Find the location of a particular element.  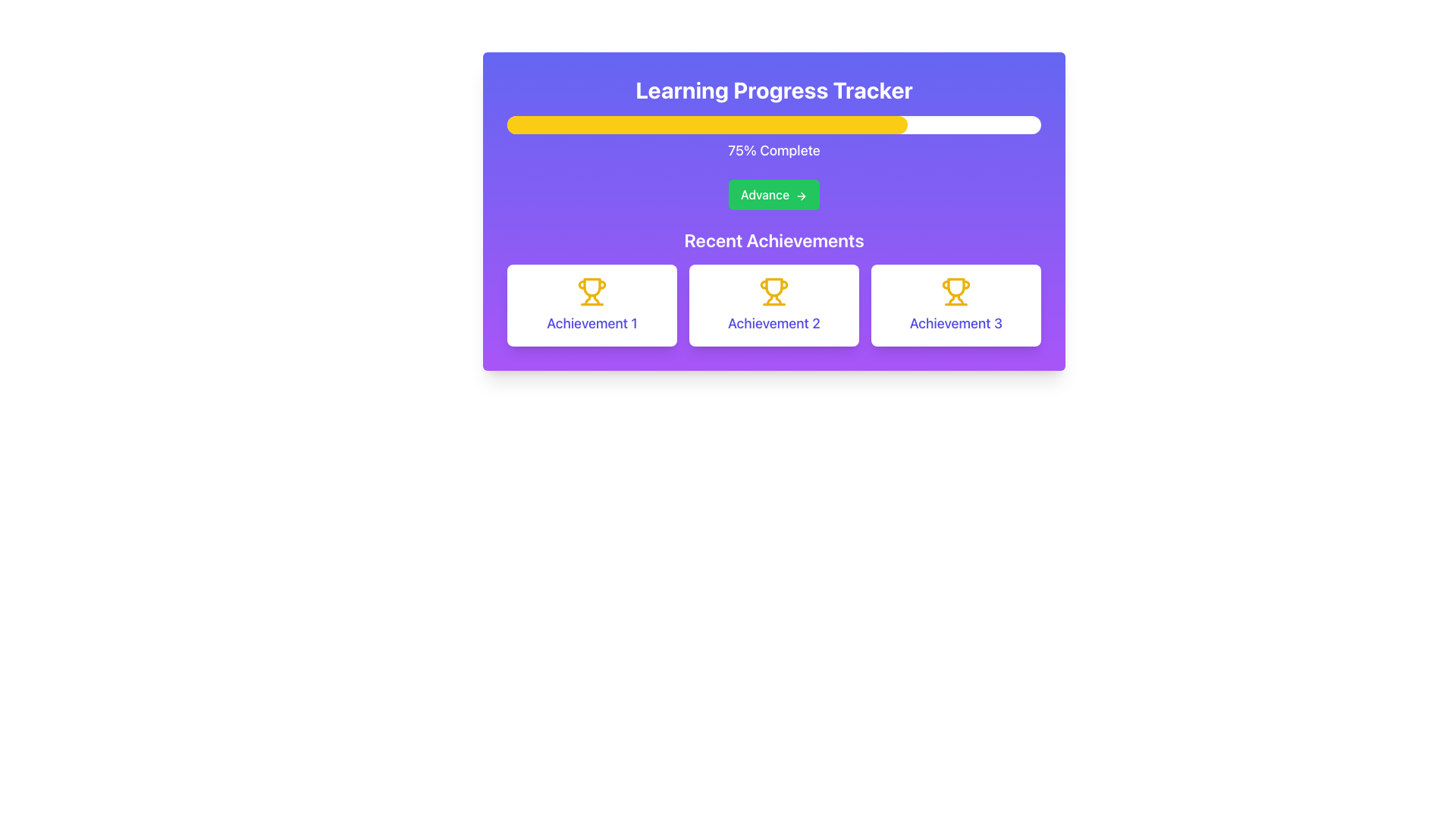

the text element labeled 'Achievement 1', which is positioned at the bottom center of the first card under 'Recent Achievements' is located at coordinates (591, 323).